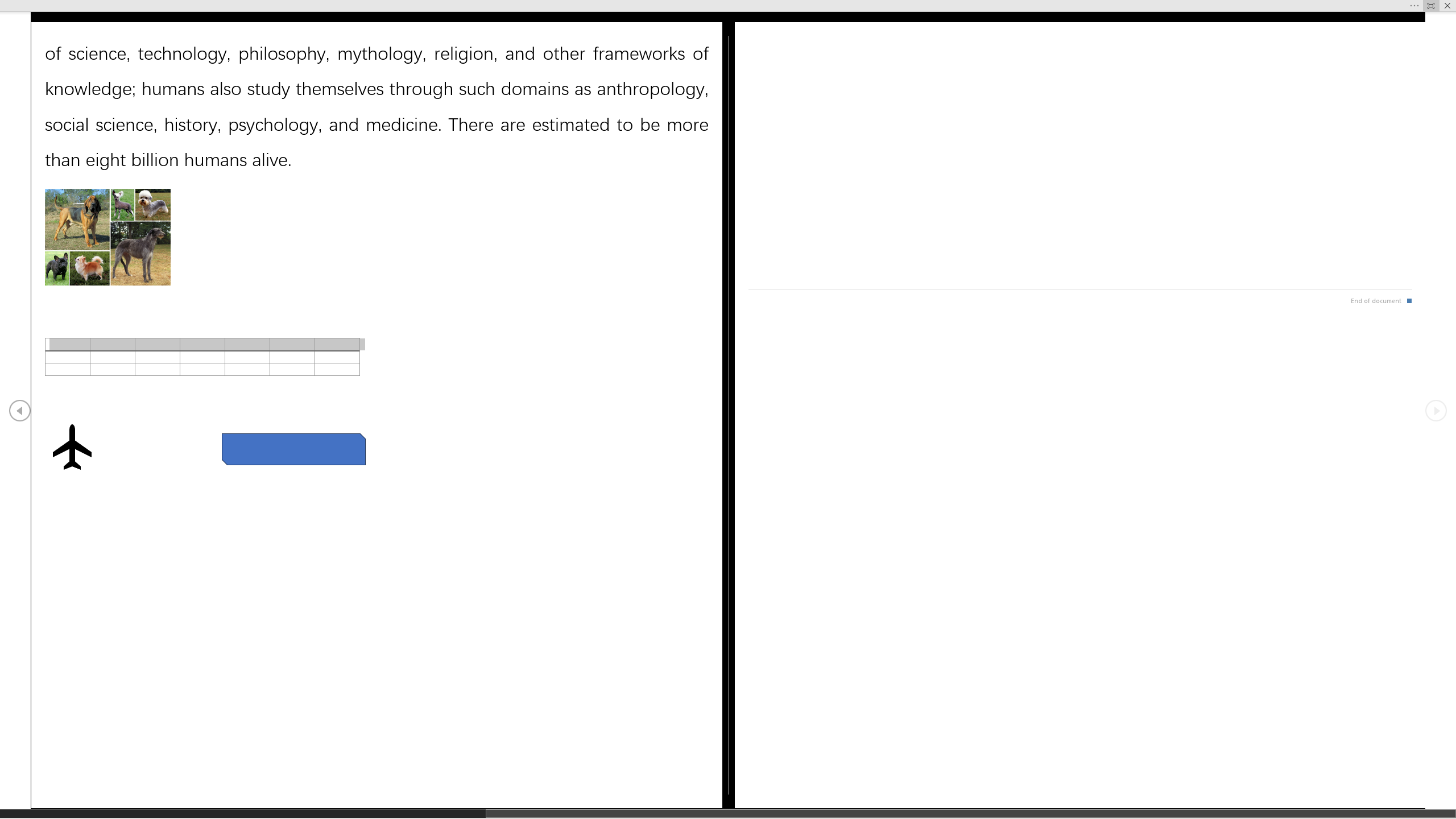 The image size is (1456, 819). I want to click on 'Airplane with solid fill', so click(71, 446).